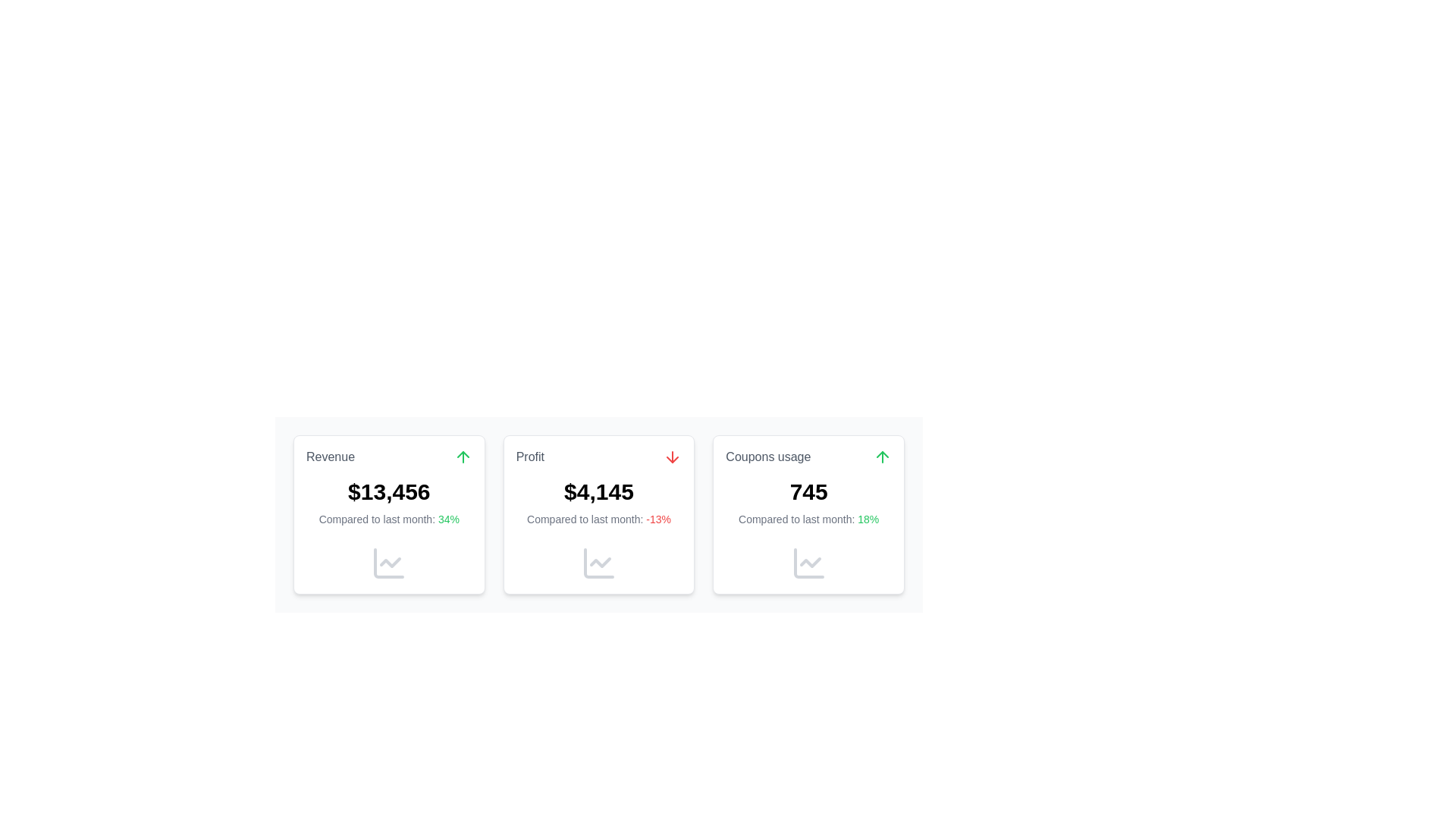 The width and height of the screenshot is (1456, 819). What do you see at coordinates (808, 563) in the screenshot?
I see `the SVG icon resembling a line chart located at the bottom-right corner of the 'Coupons usage' card, next to the percentage indicator` at bounding box center [808, 563].